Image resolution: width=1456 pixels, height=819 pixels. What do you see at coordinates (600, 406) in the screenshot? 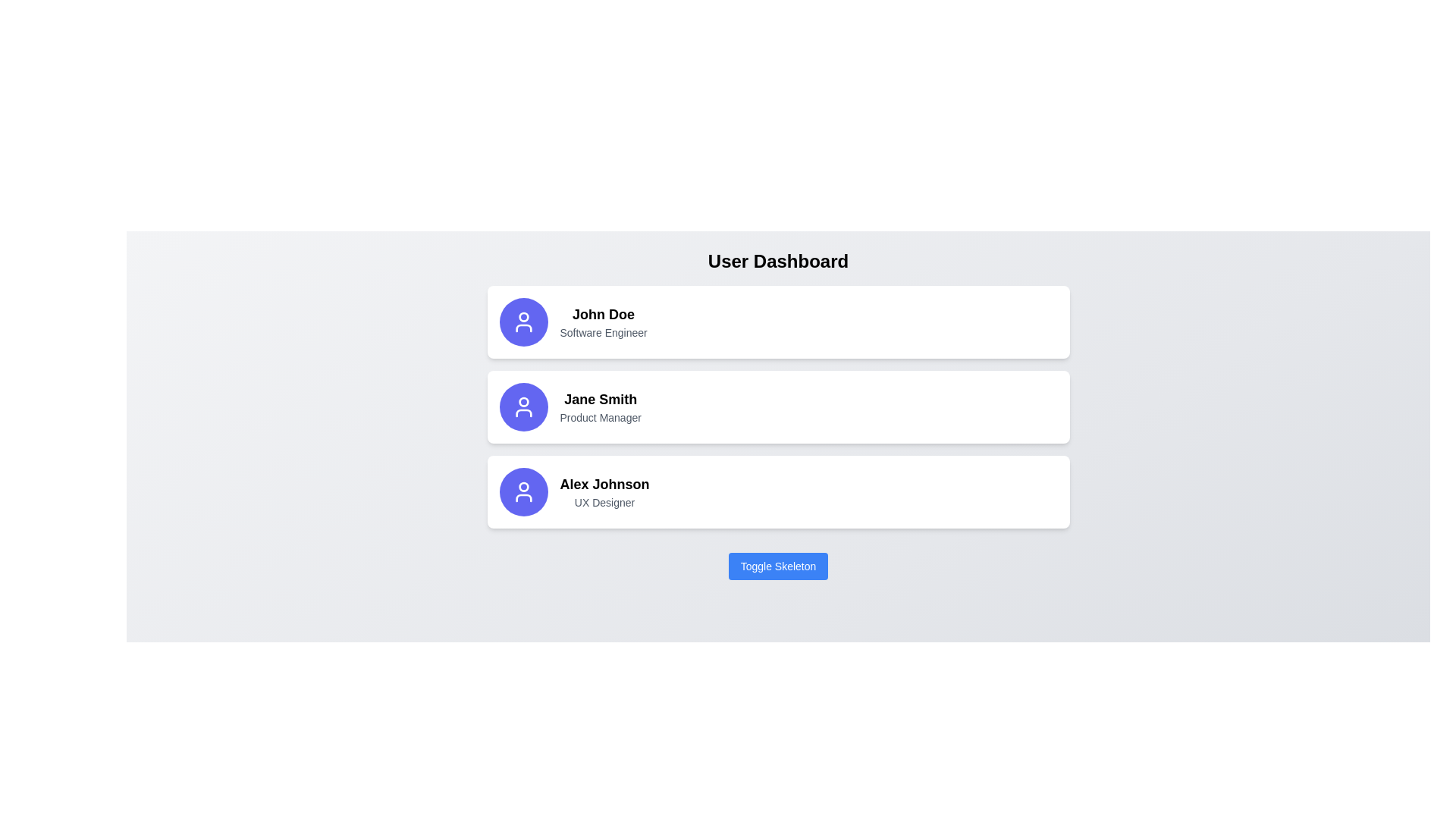
I see `the Text Display element showing 'Jane Smith' and 'Product Manager', located in the second row of user profile cards, directly below 'John Doe'` at bounding box center [600, 406].